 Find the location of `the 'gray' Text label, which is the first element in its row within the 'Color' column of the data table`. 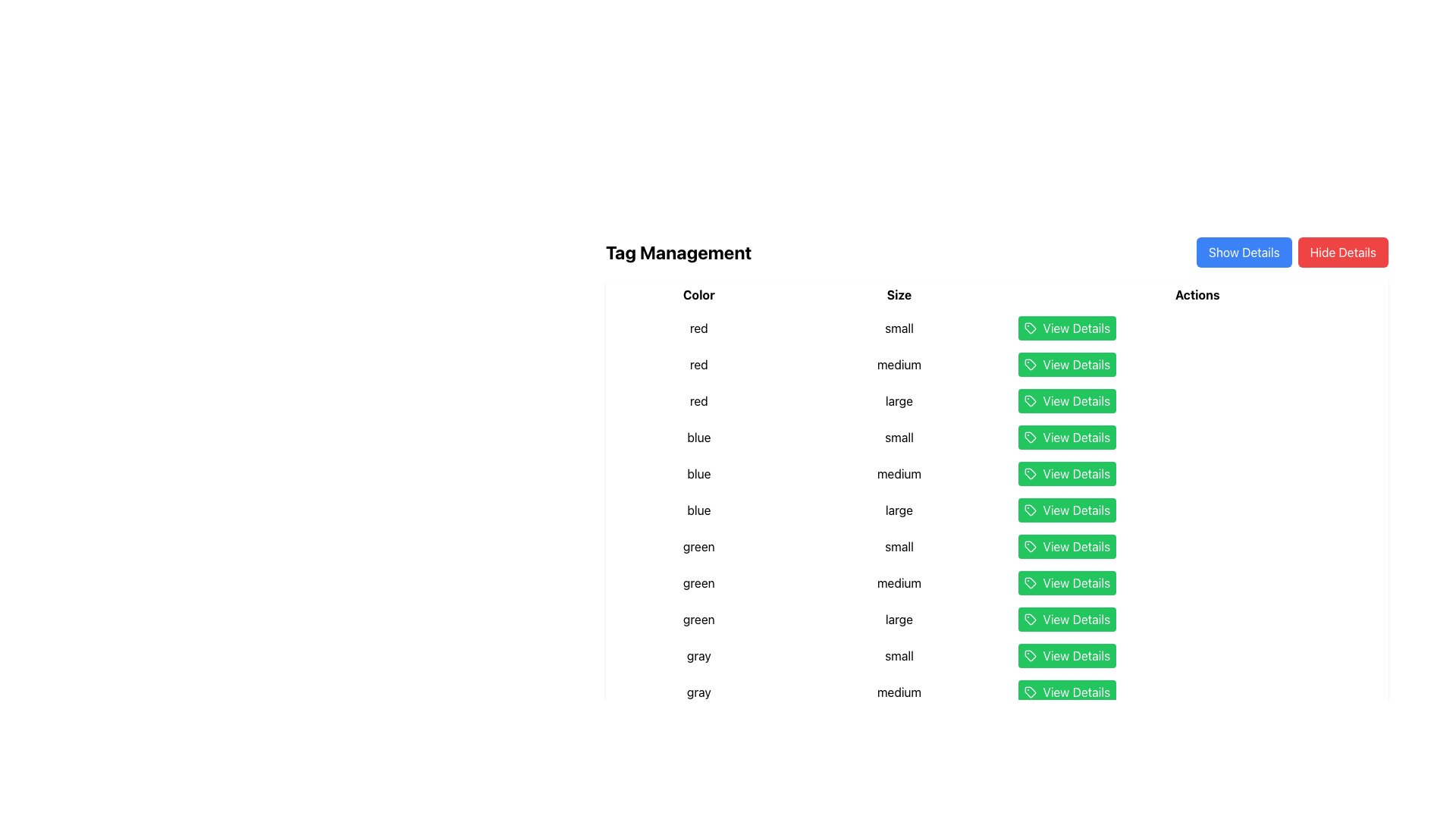

the 'gray' Text label, which is the first element in its row within the 'Color' column of the data table is located at coordinates (698, 654).